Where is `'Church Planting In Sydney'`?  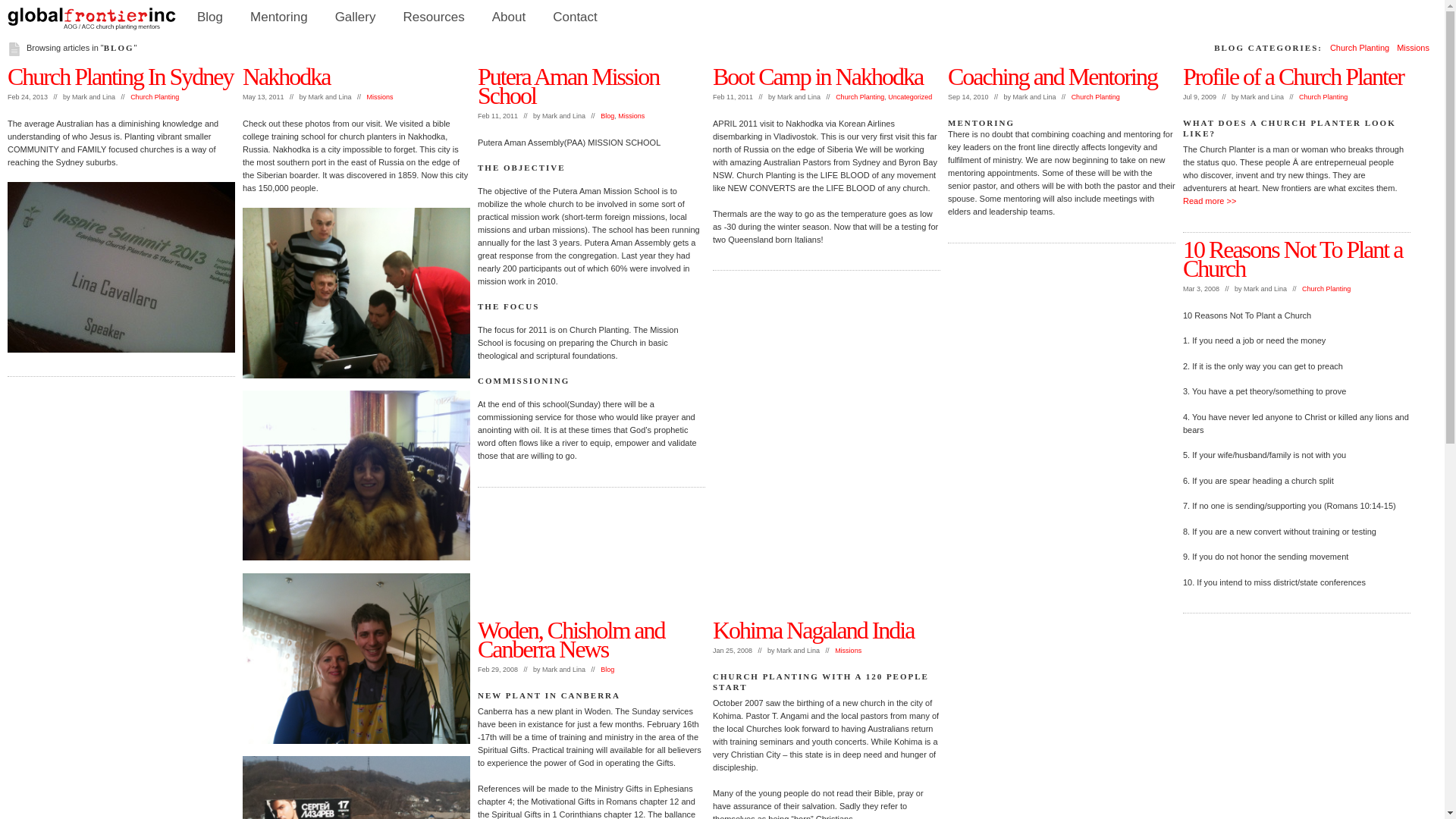 'Church Planting In Sydney' is located at coordinates (119, 76).